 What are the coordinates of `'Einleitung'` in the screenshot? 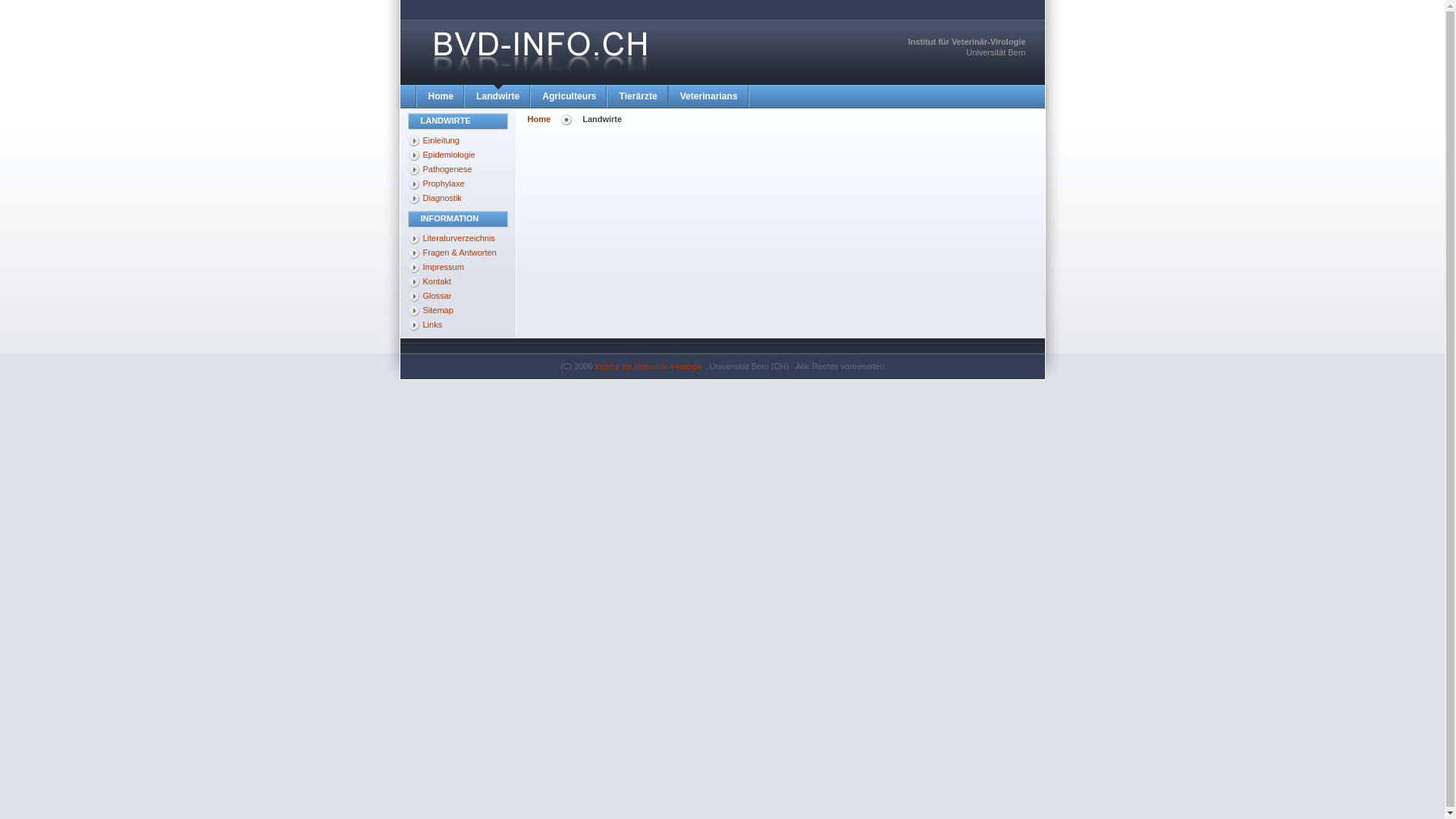 It's located at (407, 140).